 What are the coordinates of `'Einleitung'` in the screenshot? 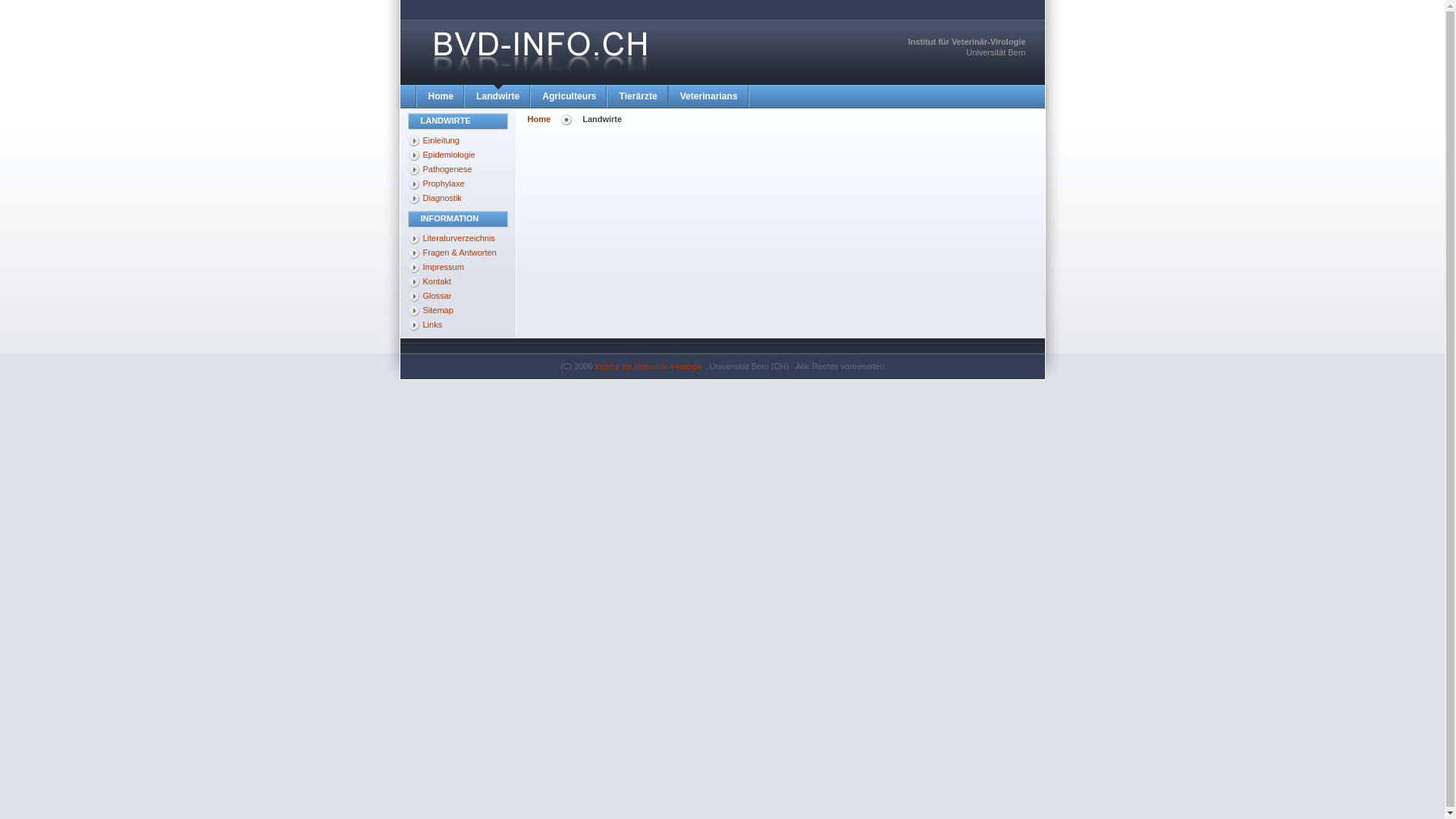 It's located at (407, 140).